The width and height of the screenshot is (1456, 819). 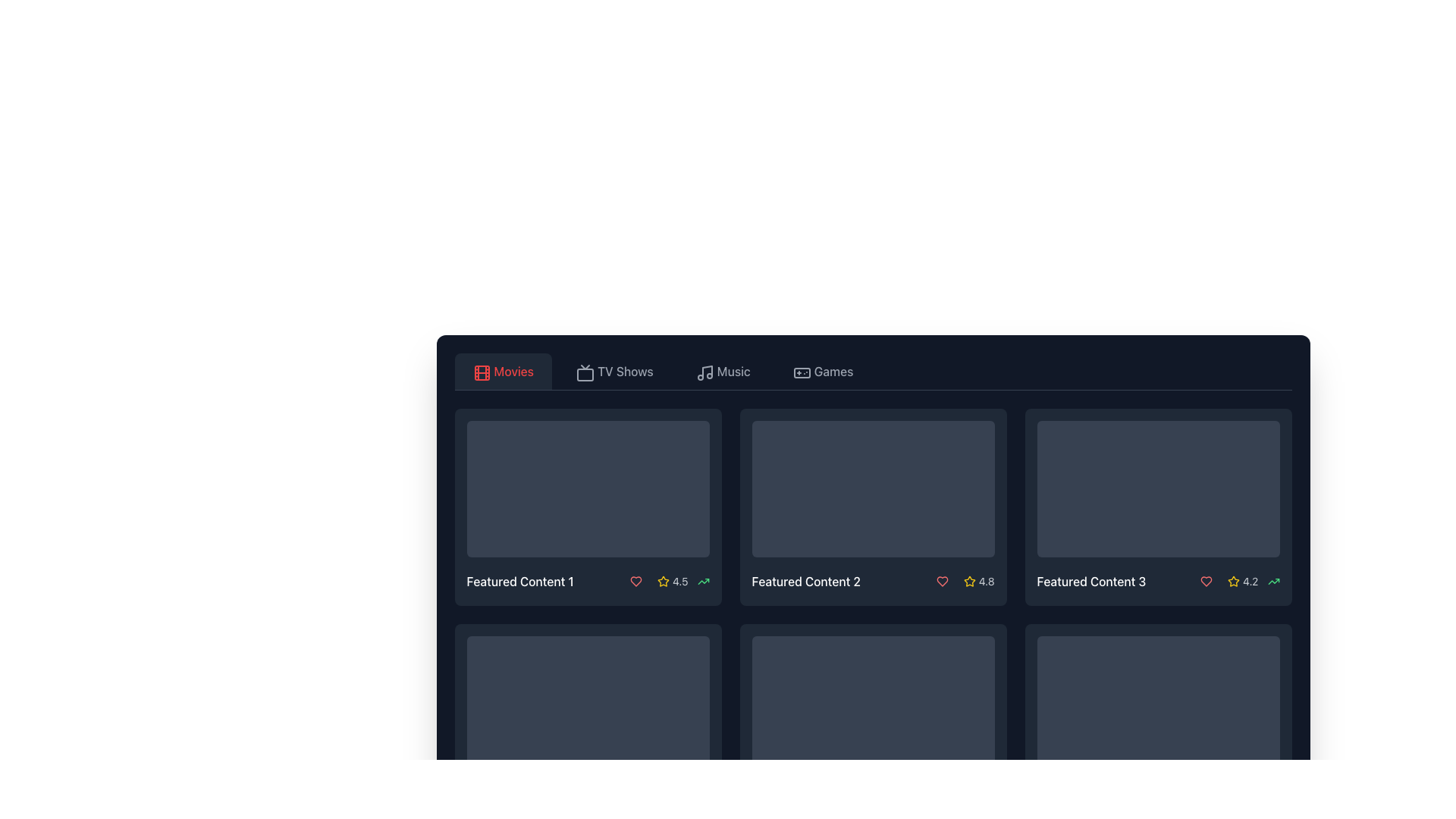 What do you see at coordinates (636, 581) in the screenshot?
I see `the 'like' or 'favourite' vector graphic/icon located under 'Featured Content 1', positioned to the left of the star rating icon` at bounding box center [636, 581].